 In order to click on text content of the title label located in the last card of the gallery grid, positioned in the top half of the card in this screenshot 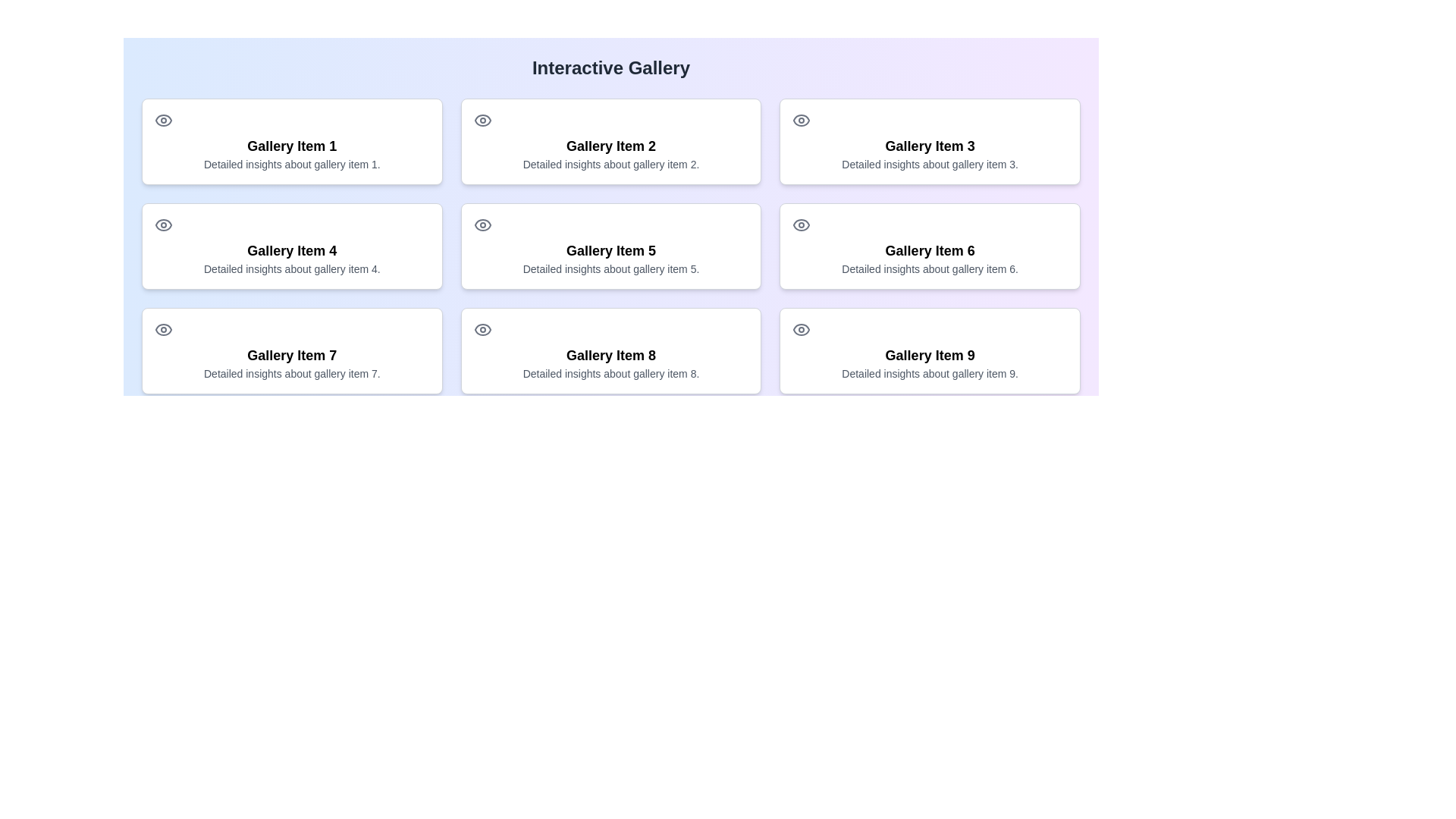, I will do `click(929, 356)`.